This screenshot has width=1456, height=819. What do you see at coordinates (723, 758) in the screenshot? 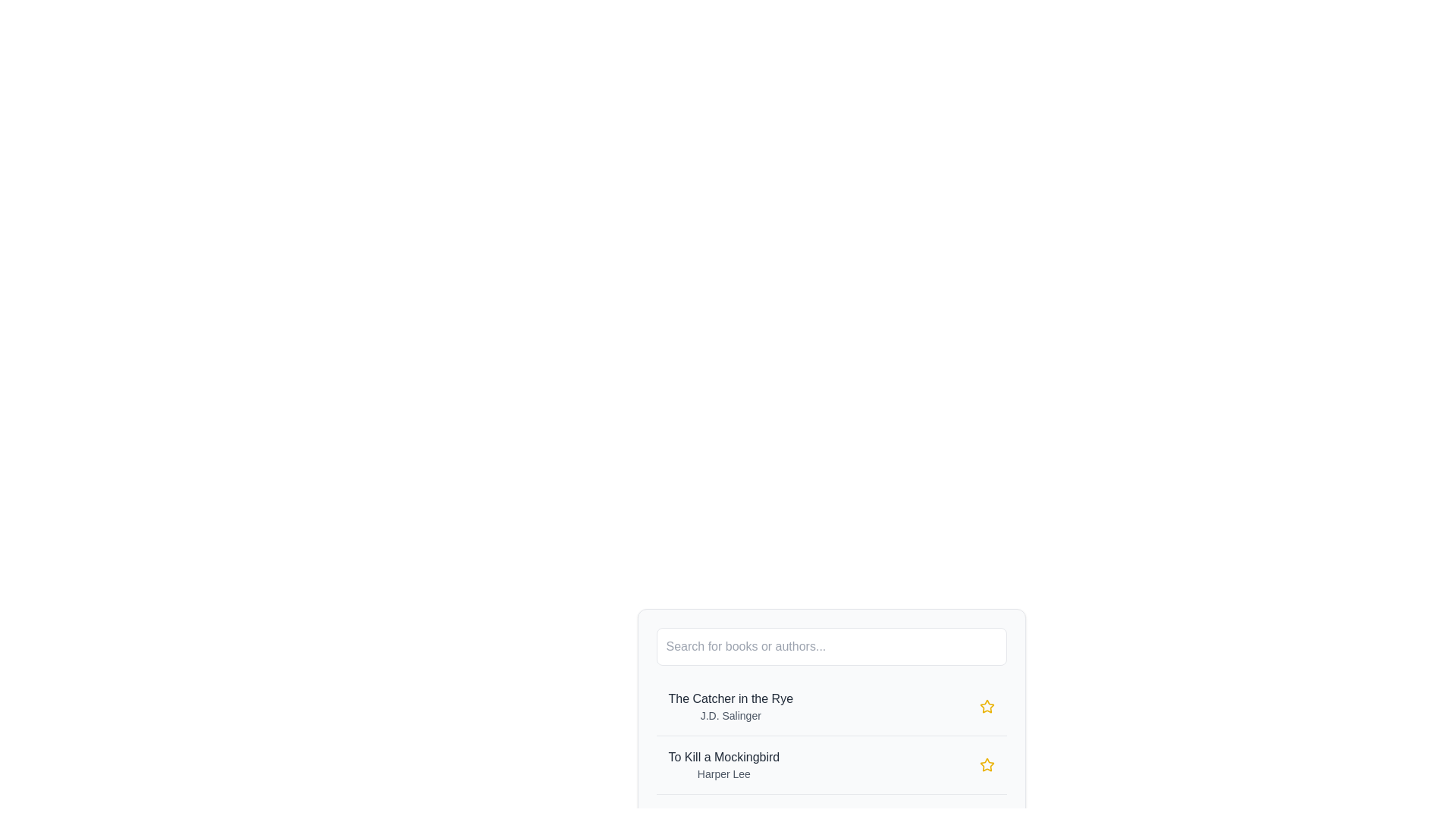
I see `the text label displaying 'To Kill a Mockingbird', which is styled with a medium font weight and gray color, located above the author's name 'Harper Lee' in a list of book titles` at bounding box center [723, 758].